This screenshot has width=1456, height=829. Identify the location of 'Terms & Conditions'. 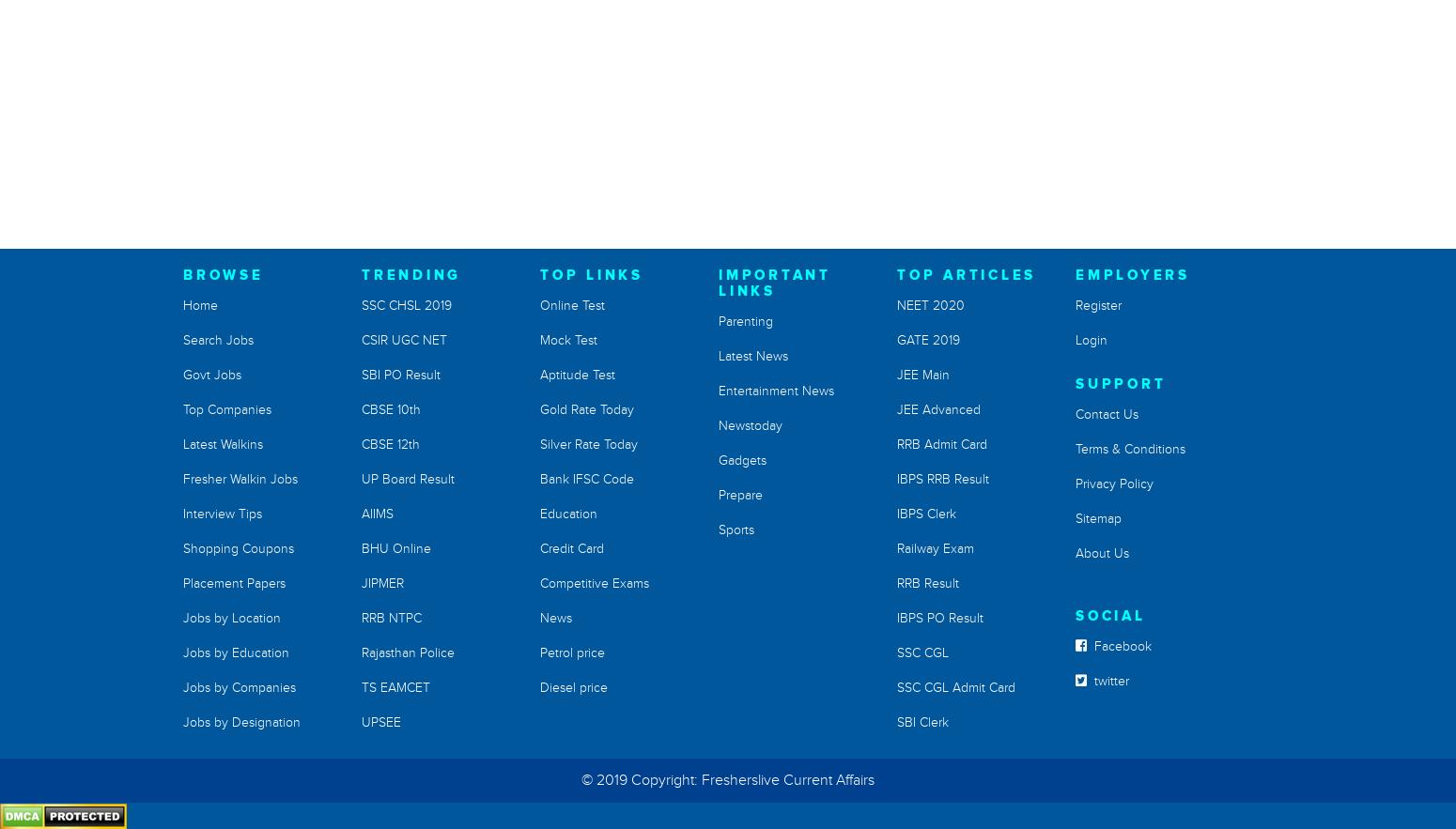
(1130, 449).